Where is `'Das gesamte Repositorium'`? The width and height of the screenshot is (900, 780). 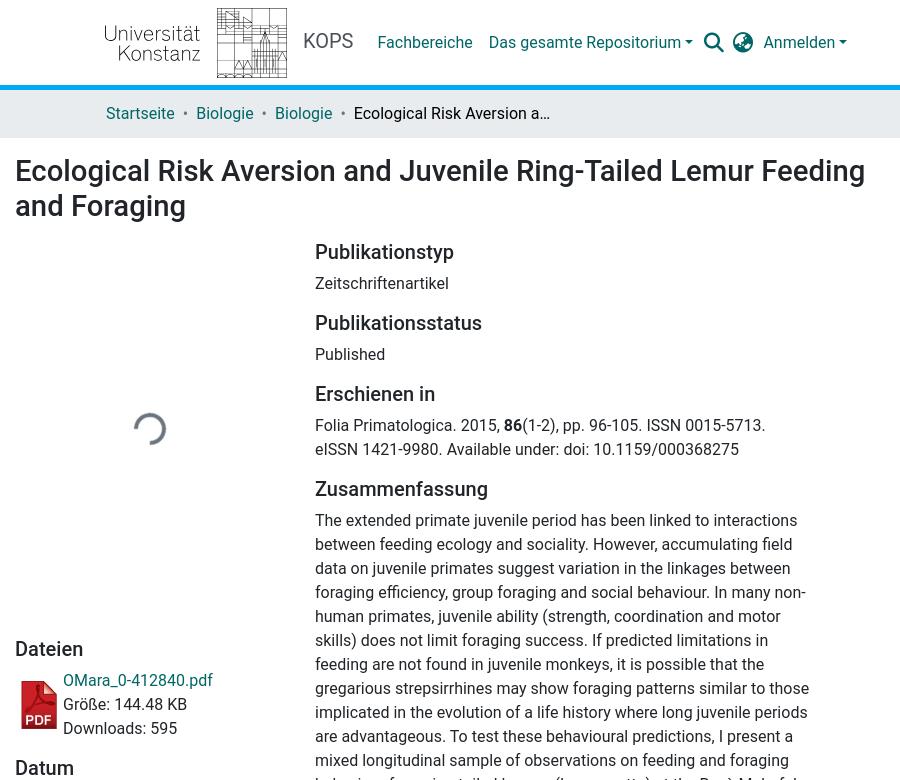
'Das gesamte Repositorium' is located at coordinates (584, 42).